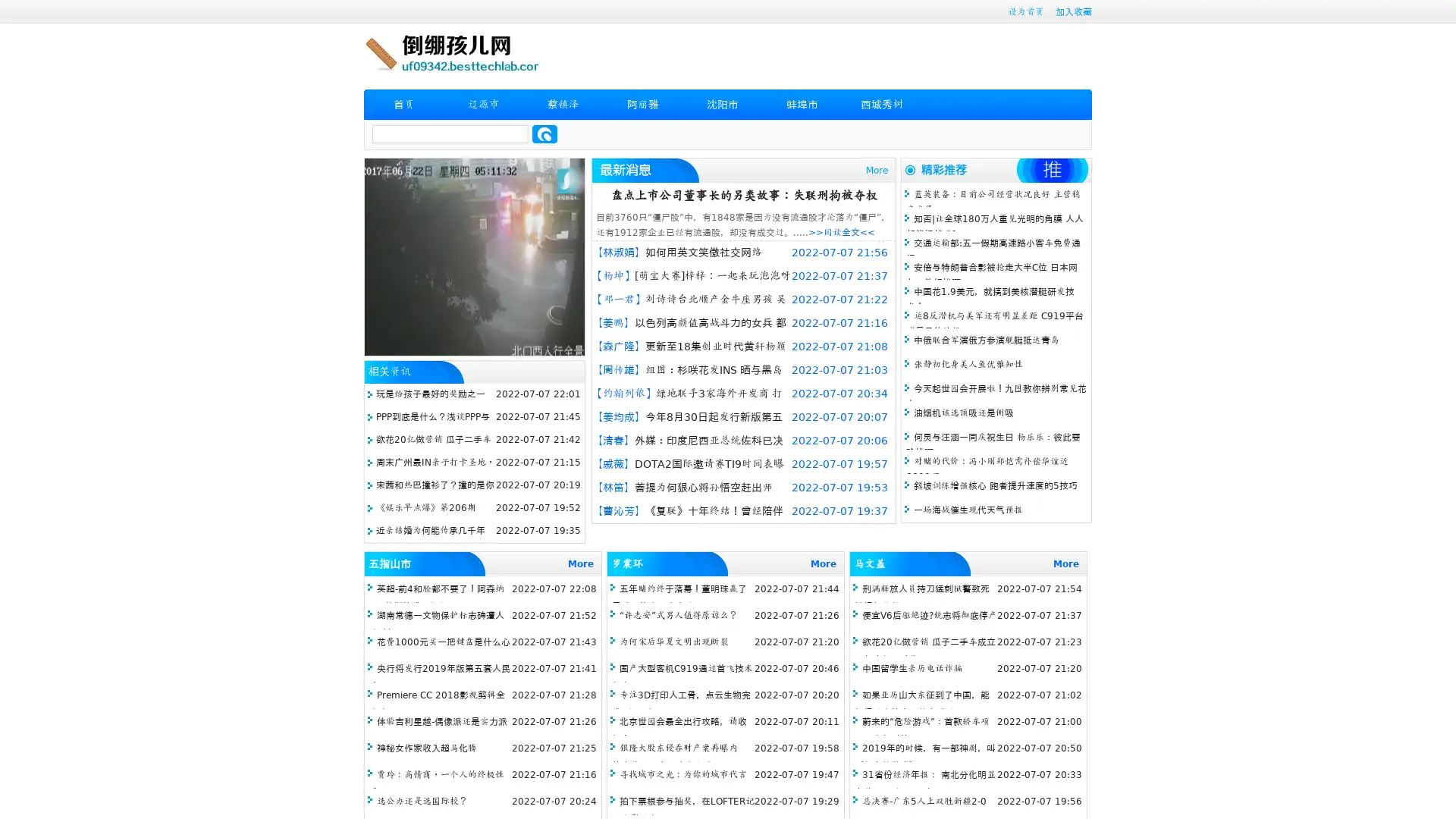  Describe the element at coordinates (544, 133) in the screenshot. I see `Search` at that location.